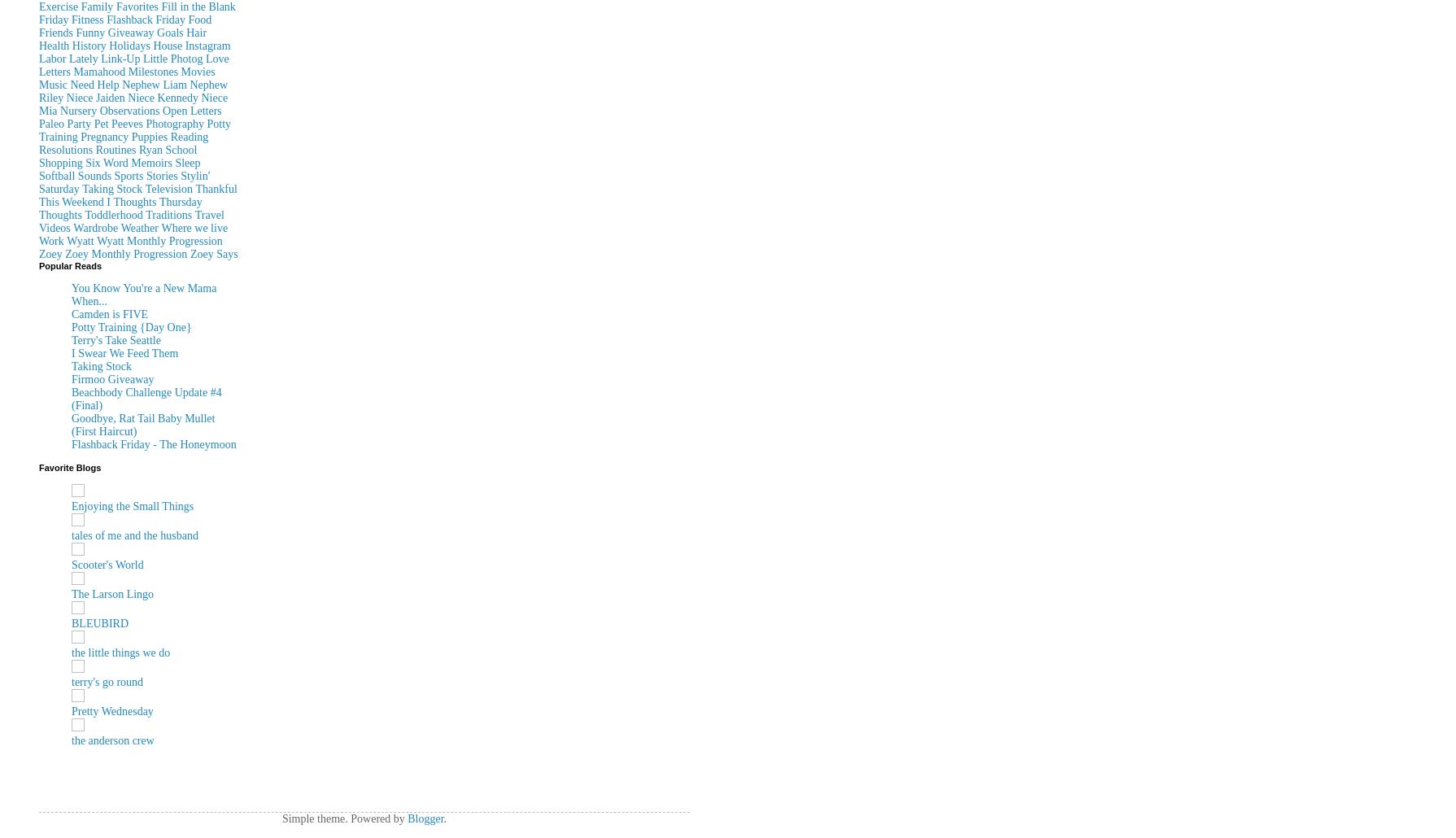 This screenshot has height=838, width=1456. Describe the element at coordinates (51, 240) in the screenshot. I see `'Work'` at that location.